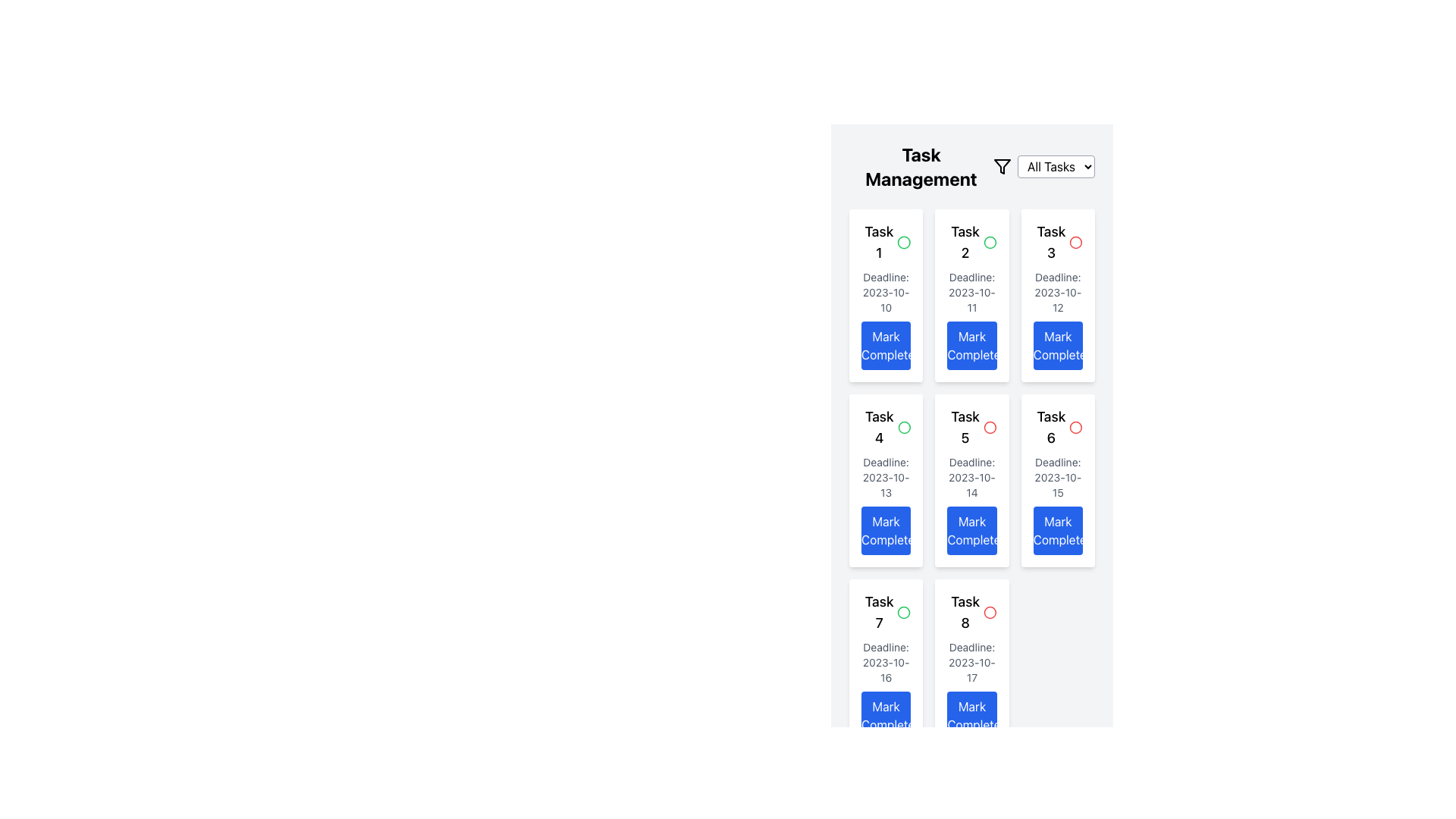 This screenshot has height=819, width=1456. I want to click on the circular green outline icon next to the 'Task 2' text in the task management interface, so click(990, 242).